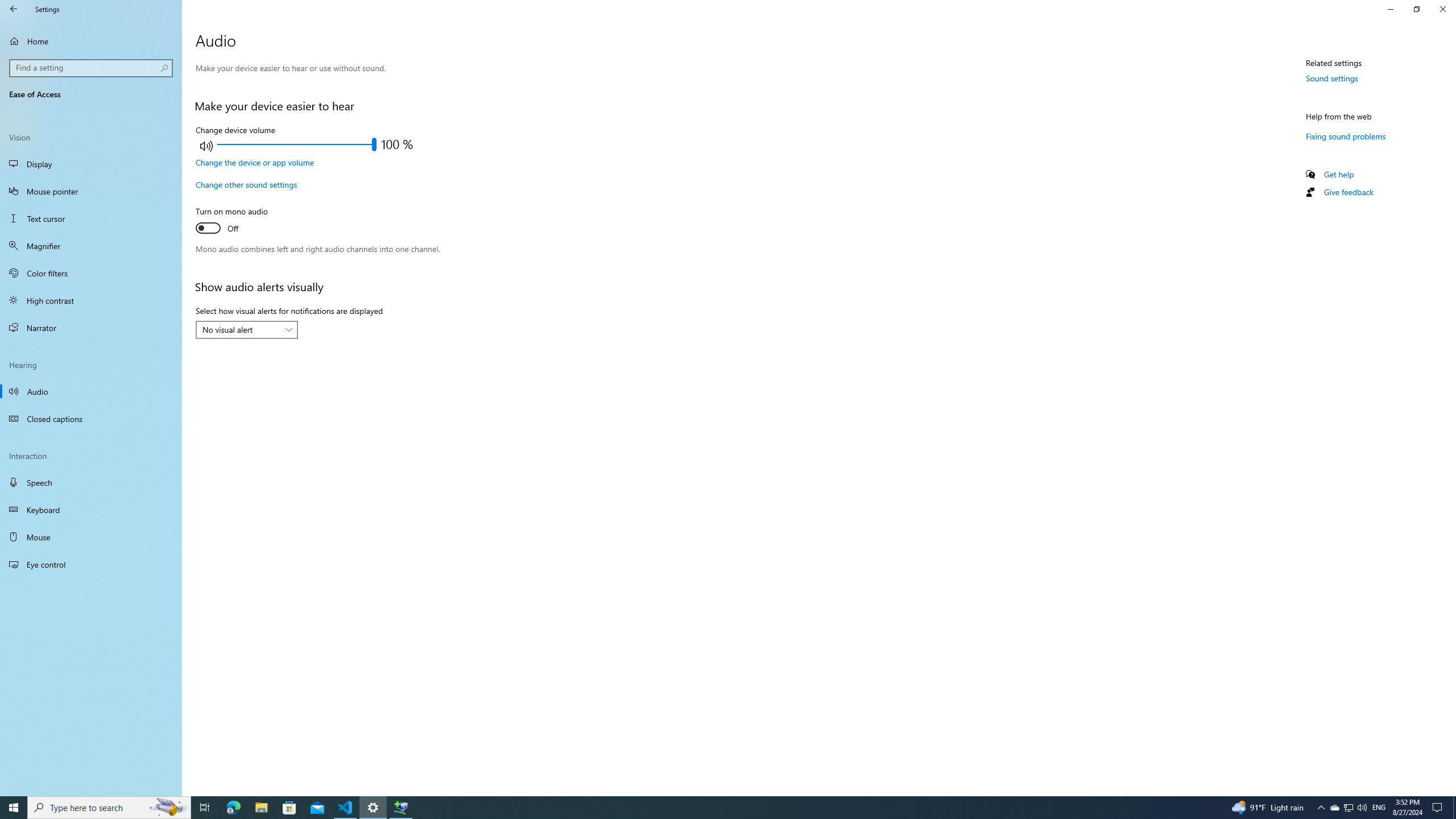  What do you see at coordinates (90, 246) in the screenshot?
I see `'Magnifier'` at bounding box center [90, 246].